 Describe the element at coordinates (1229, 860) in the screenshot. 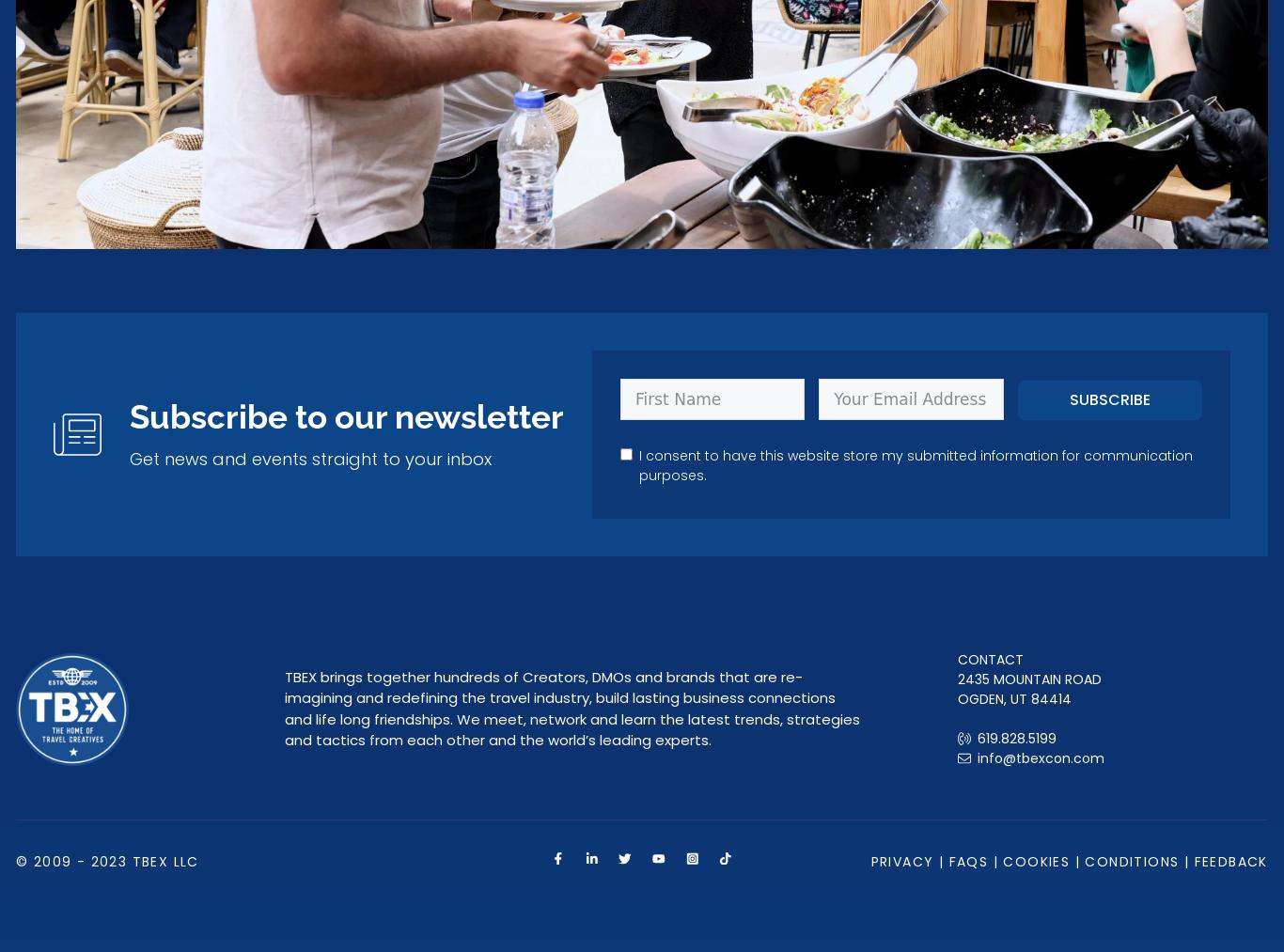

I see `'Feedback'` at that location.